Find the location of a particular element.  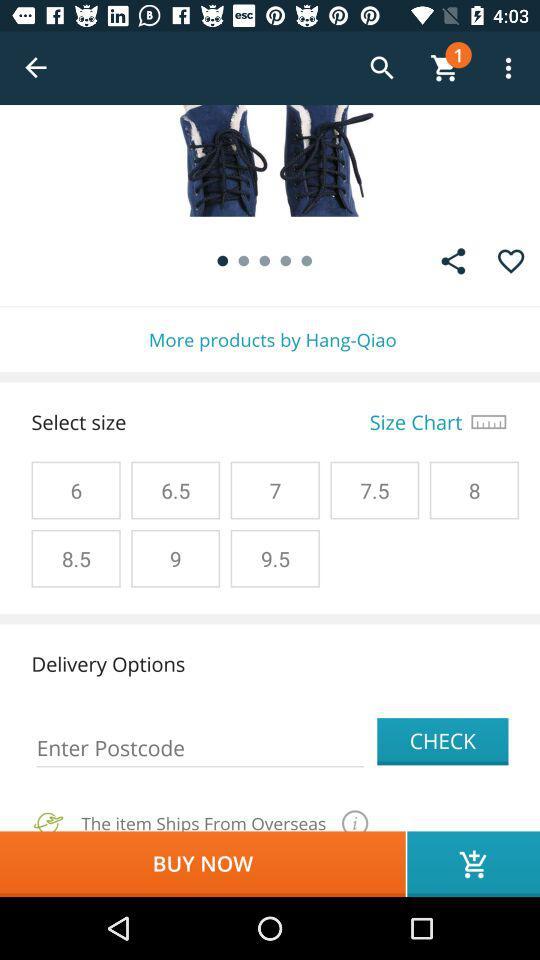

like option is located at coordinates (511, 260).